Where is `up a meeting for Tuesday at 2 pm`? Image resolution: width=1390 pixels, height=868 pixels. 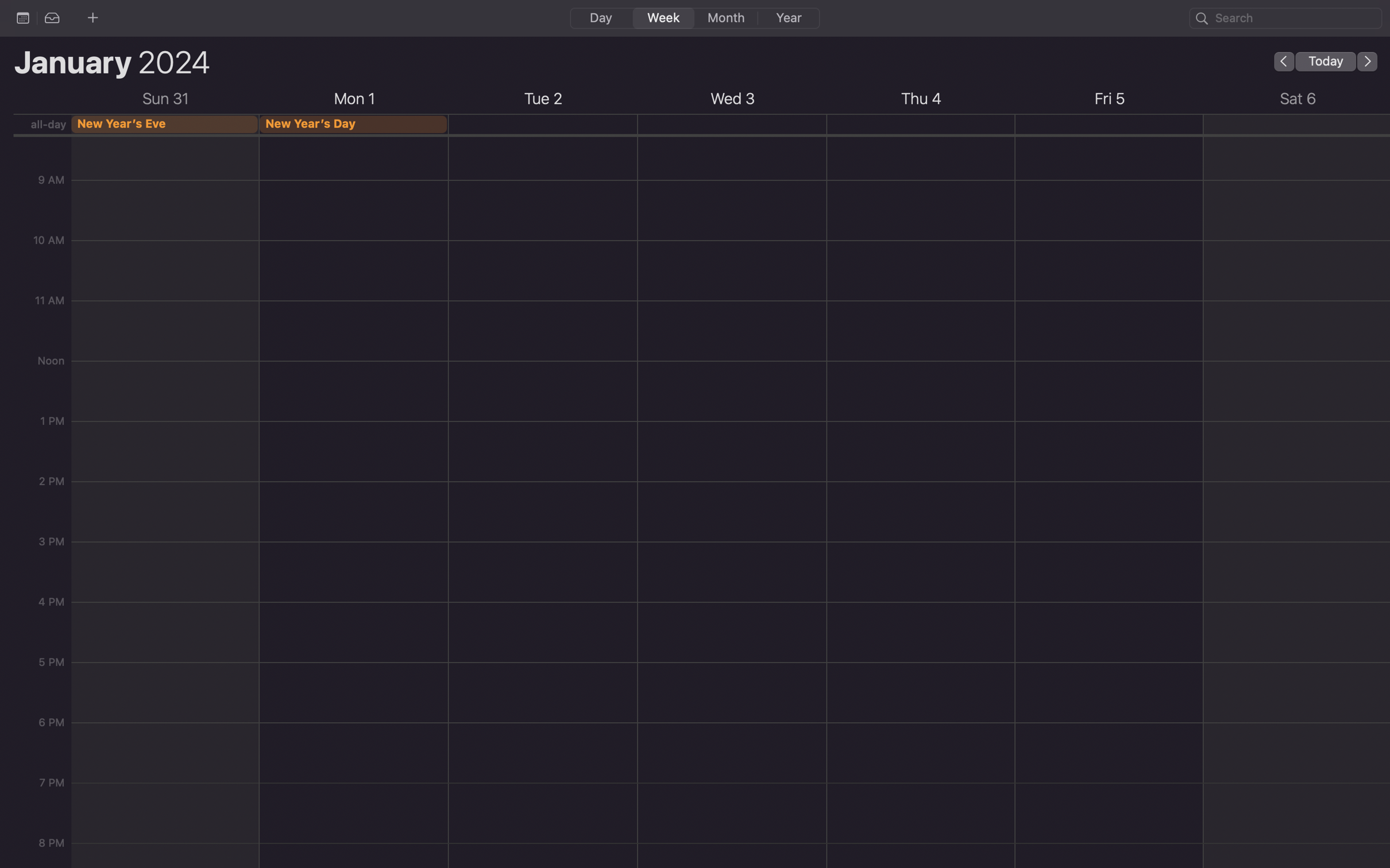
up a meeting for Tuesday at 2 pm is located at coordinates (542, 560).